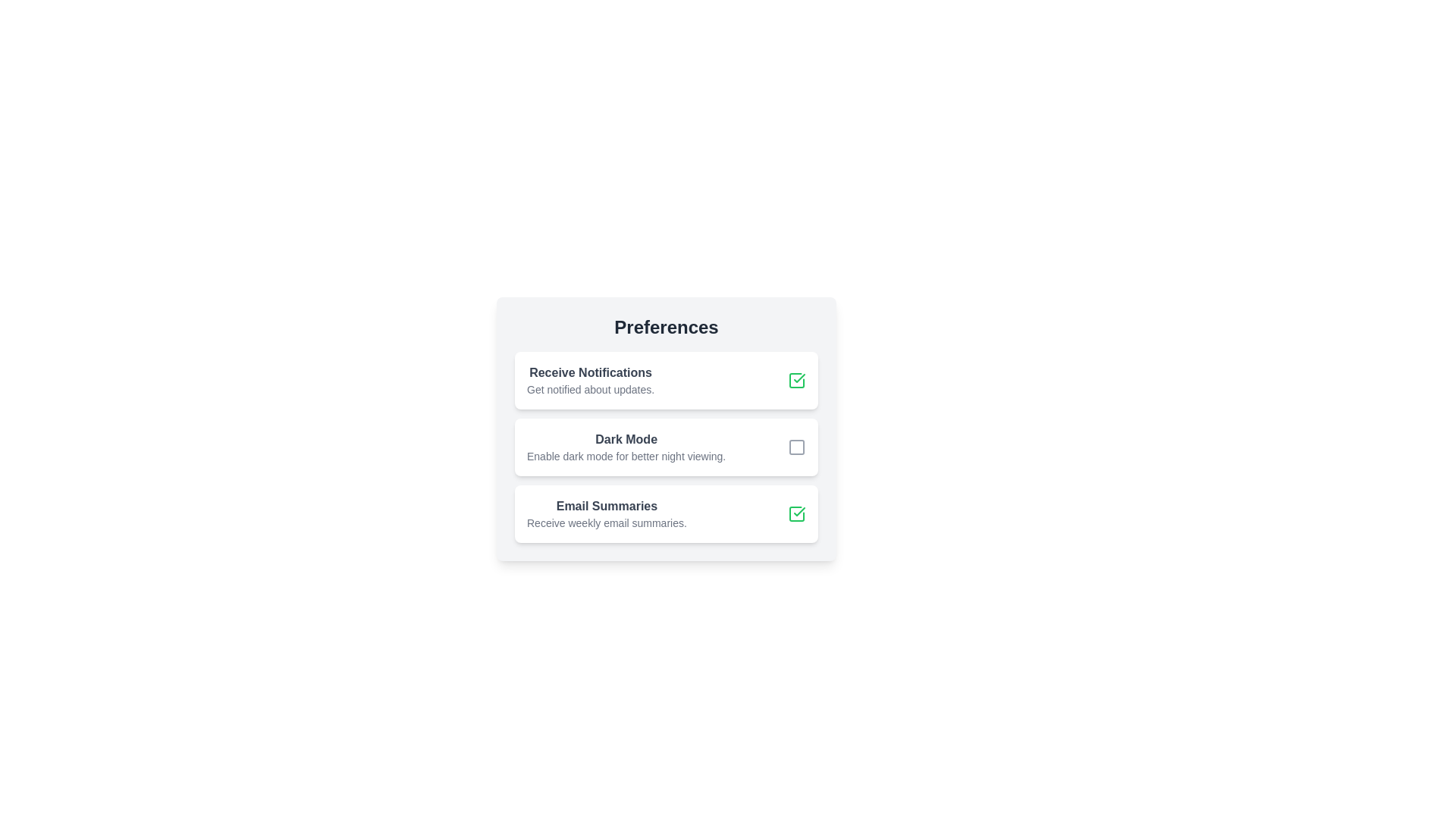 Image resolution: width=1456 pixels, height=819 pixels. Describe the element at coordinates (590, 388) in the screenshot. I see `the static text label that reads 'Get notified about updates.' which is styled in a small font and muted gray color, located beneath the heading 'Receive Notifications.'` at that location.